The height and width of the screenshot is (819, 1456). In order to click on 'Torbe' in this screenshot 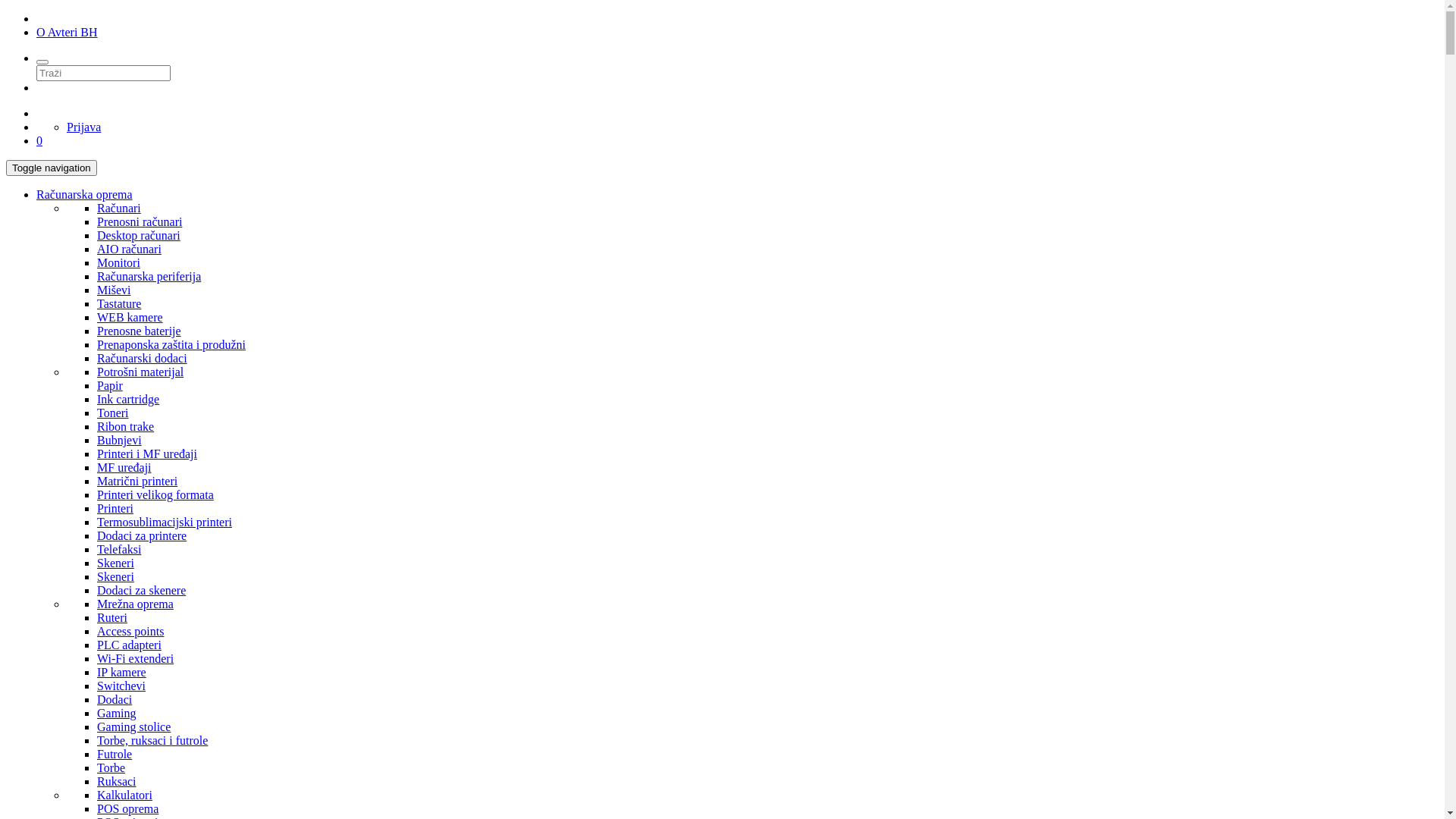, I will do `click(96, 767)`.